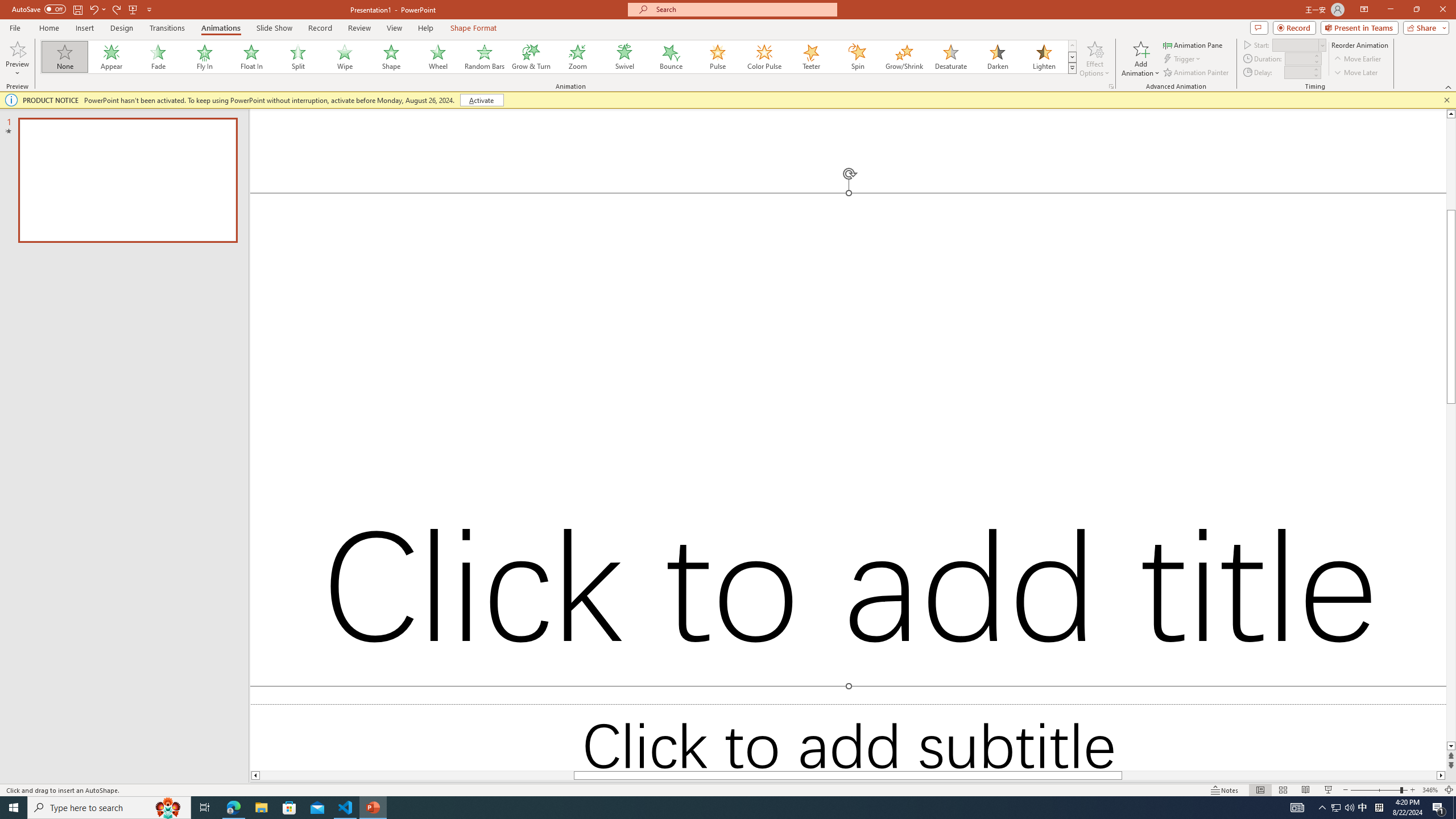 This screenshot has height=819, width=1456. What do you see at coordinates (1296, 72) in the screenshot?
I see `'Animation Delay'` at bounding box center [1296, 72].